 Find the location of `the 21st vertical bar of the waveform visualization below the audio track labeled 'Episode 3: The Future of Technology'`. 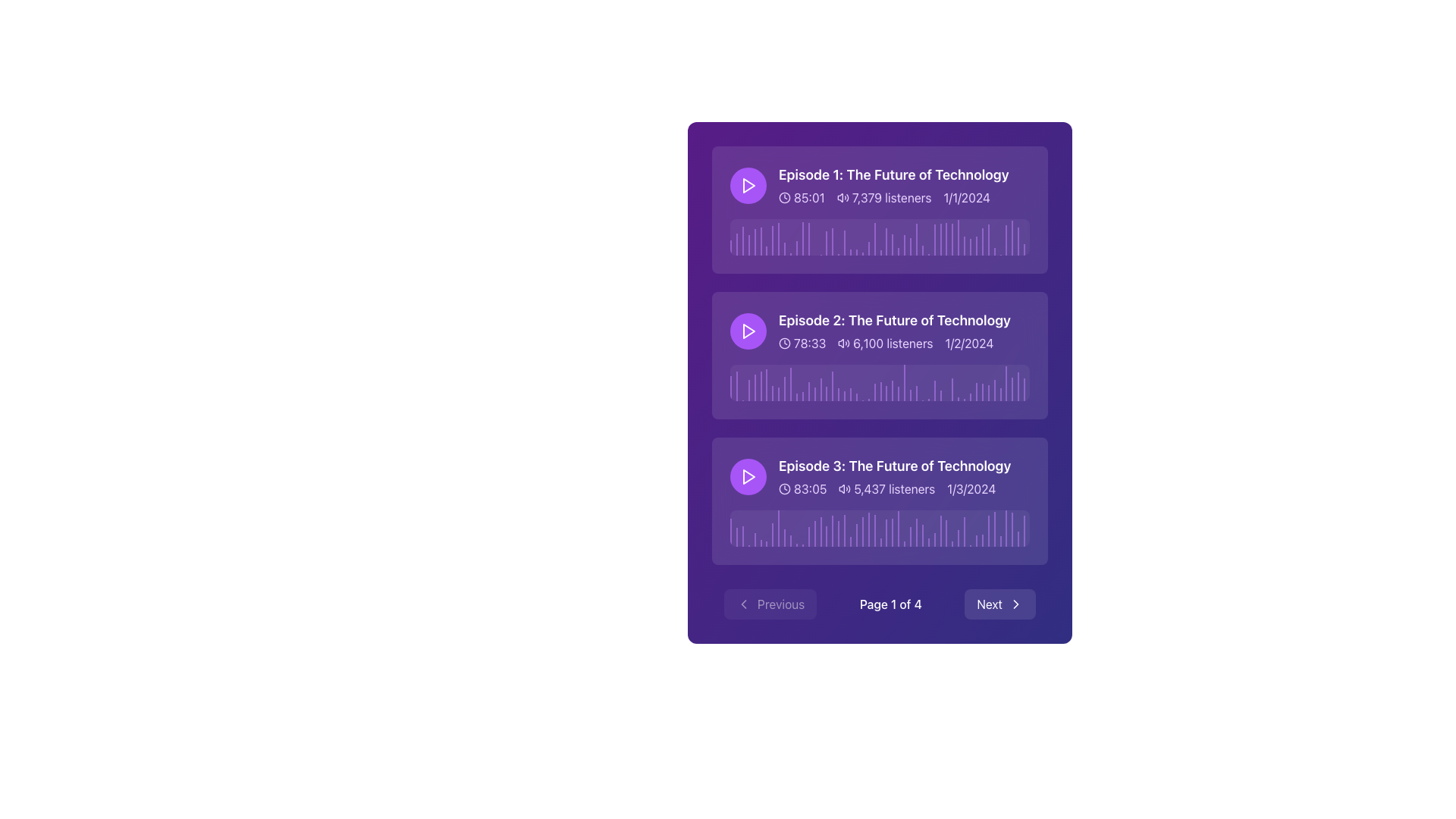

the 21st vertical bar of the waveform visualization below the audio track labeled 'Episode 3: The Future of Technology' is located at coordinates (851, 540).